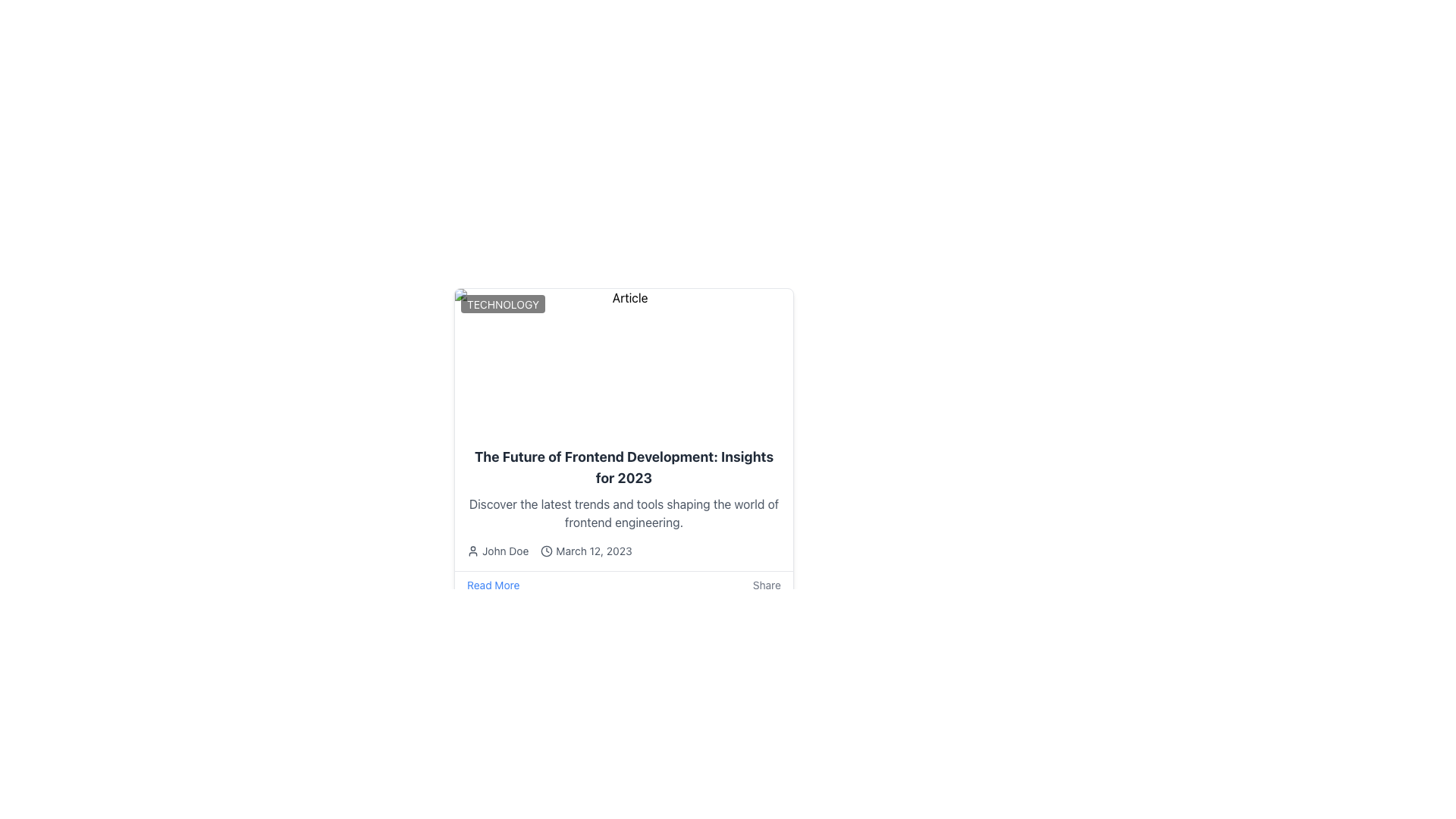 The width and height of the screenshot is (1456, 819). I want to click on the small circular clock icon located to the right of 'John Doe' and to the left of the date 'March 12, 2023' at the bottom of the main content card, so click(546, 551).